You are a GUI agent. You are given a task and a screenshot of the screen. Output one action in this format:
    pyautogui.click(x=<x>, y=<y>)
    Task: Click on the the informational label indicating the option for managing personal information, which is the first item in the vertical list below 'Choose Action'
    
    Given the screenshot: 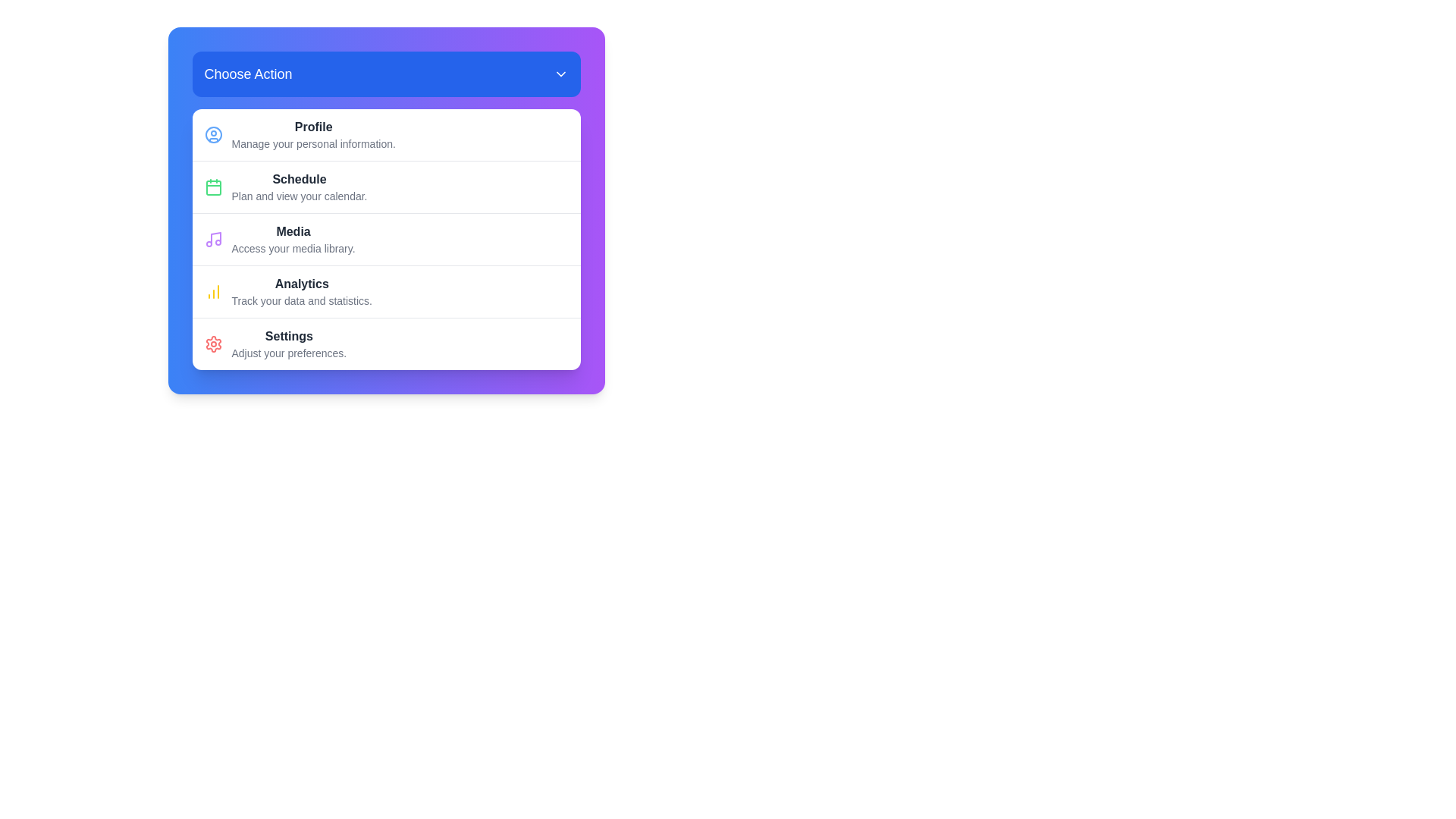 What is the action you would take?
    pyautogui.click(x=312, y=133)
    